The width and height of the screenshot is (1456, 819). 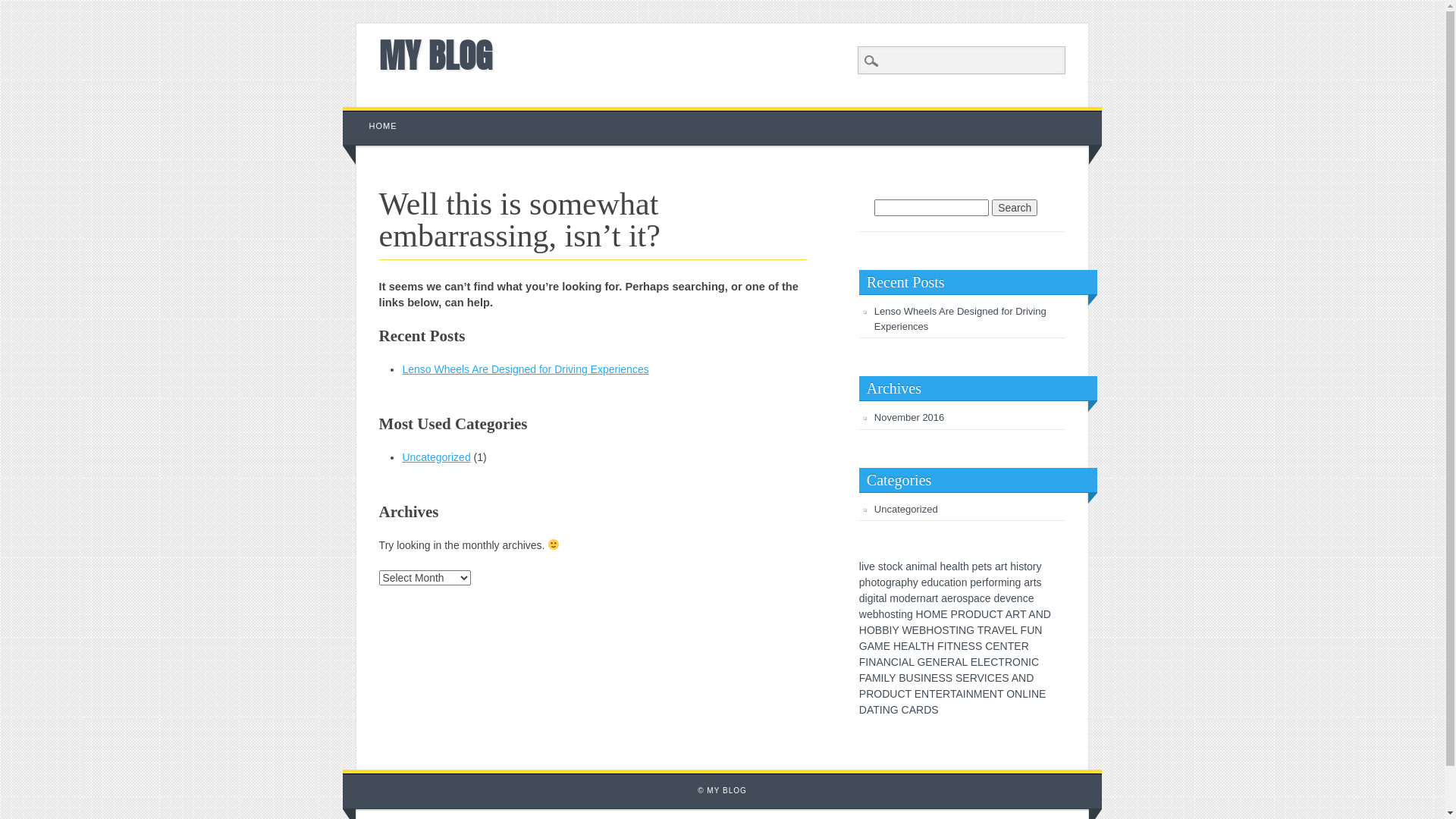 I want to click on 'v', so click(x=1008, y=598).